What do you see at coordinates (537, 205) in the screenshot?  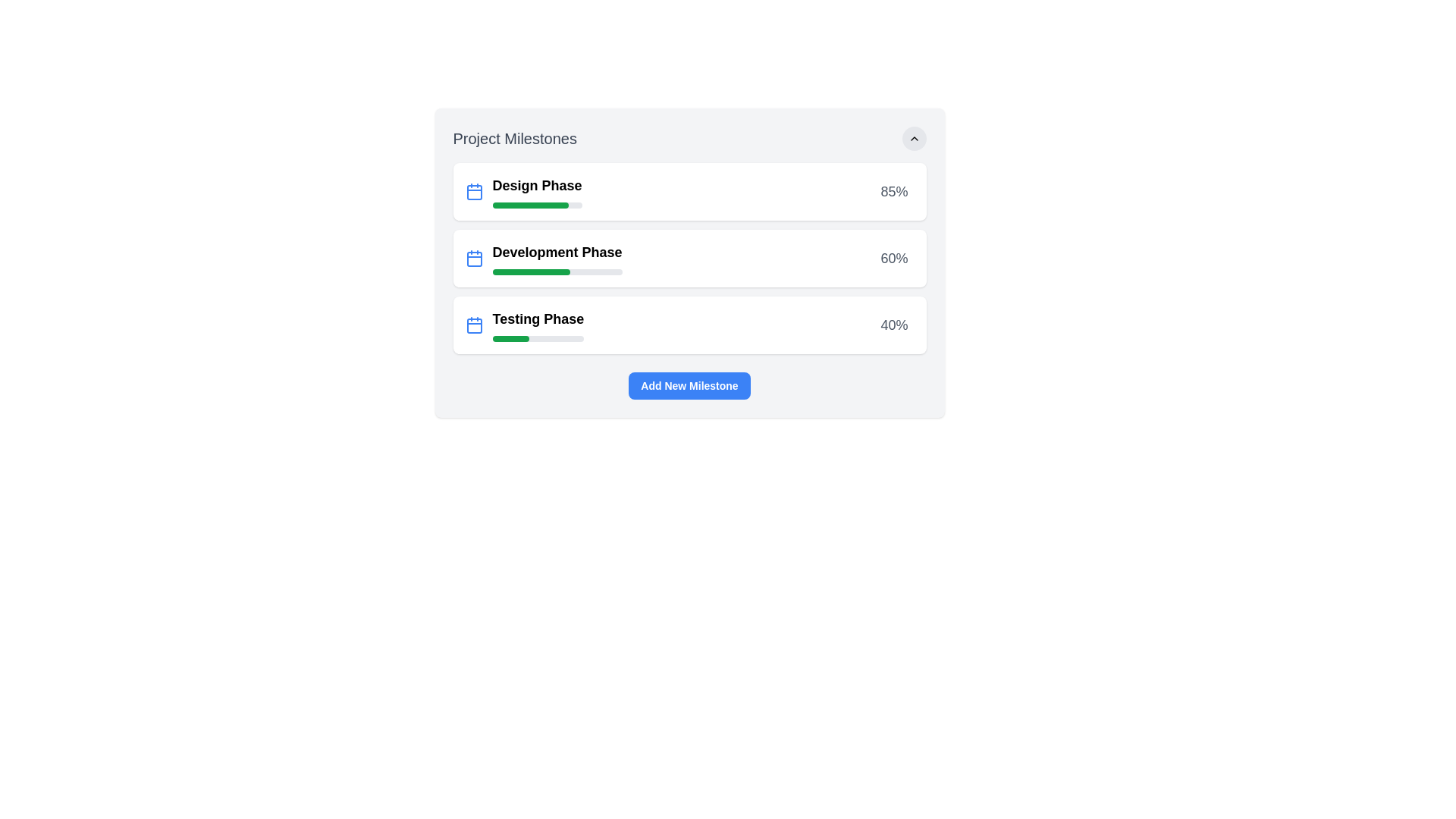 I see `the progress bar located in the 'Design Phase' section of the 'Project Milestones' card, which is visually distinct with a light gray background and a bright green filled portion indicating 85% progress` at bounding box center [537, 205].